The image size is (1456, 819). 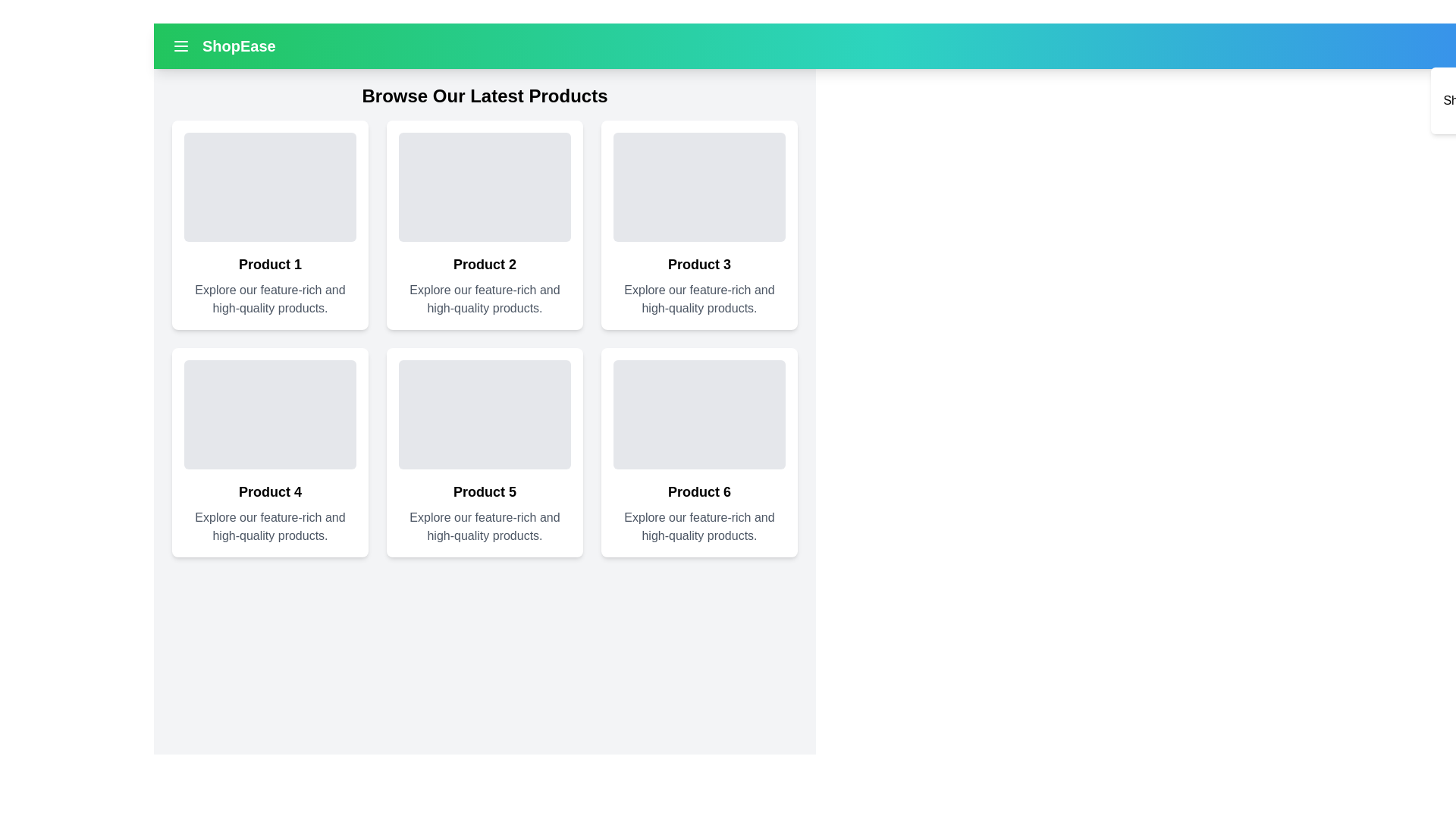 What do you see at coordinates (181, 45) in the screenshot?
I see `the menu toggle button located in the top-left corner of the interface within the green header bar` at bounding box center [181, 45].